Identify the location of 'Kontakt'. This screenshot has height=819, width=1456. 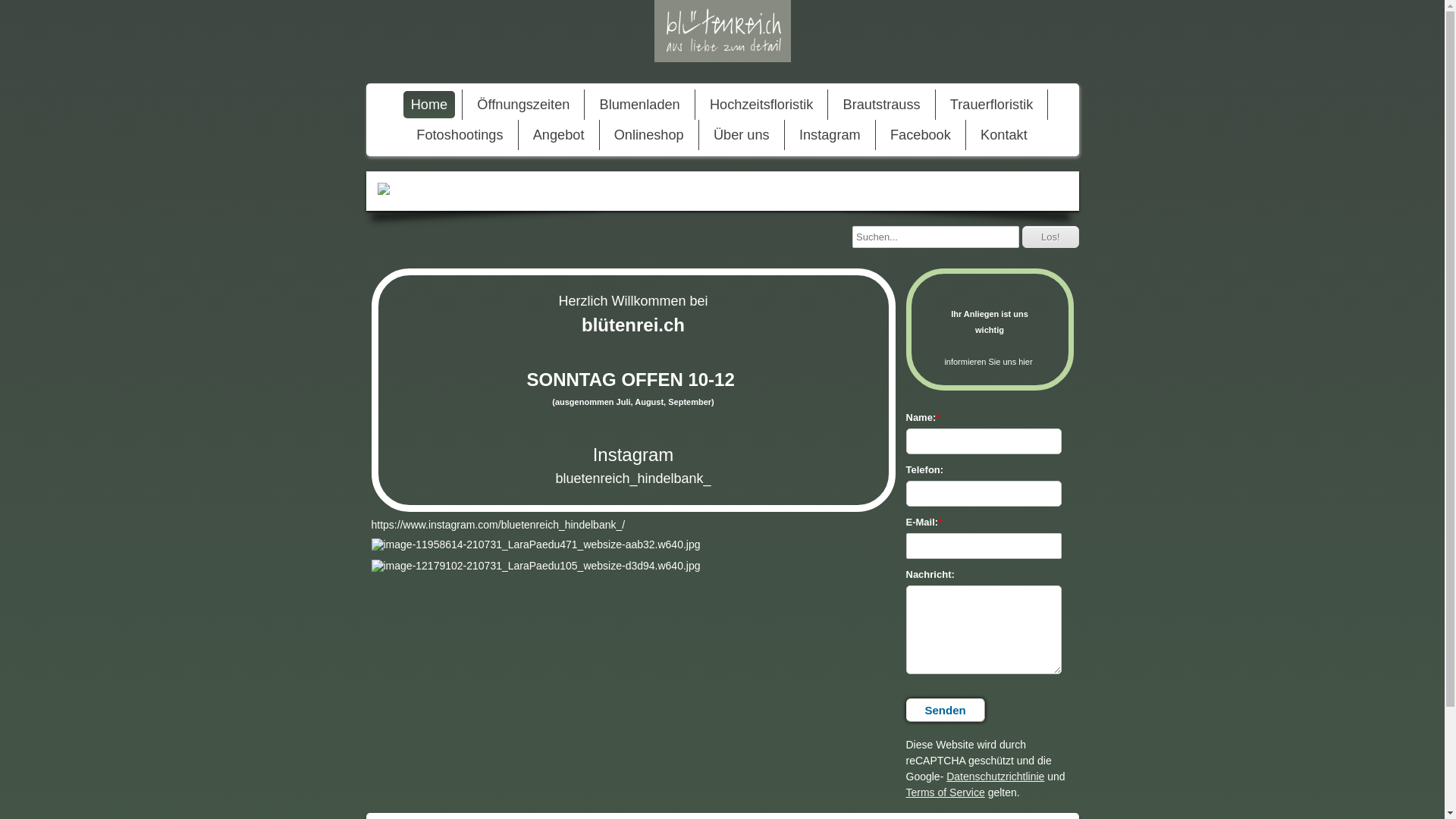
(1004, 133).